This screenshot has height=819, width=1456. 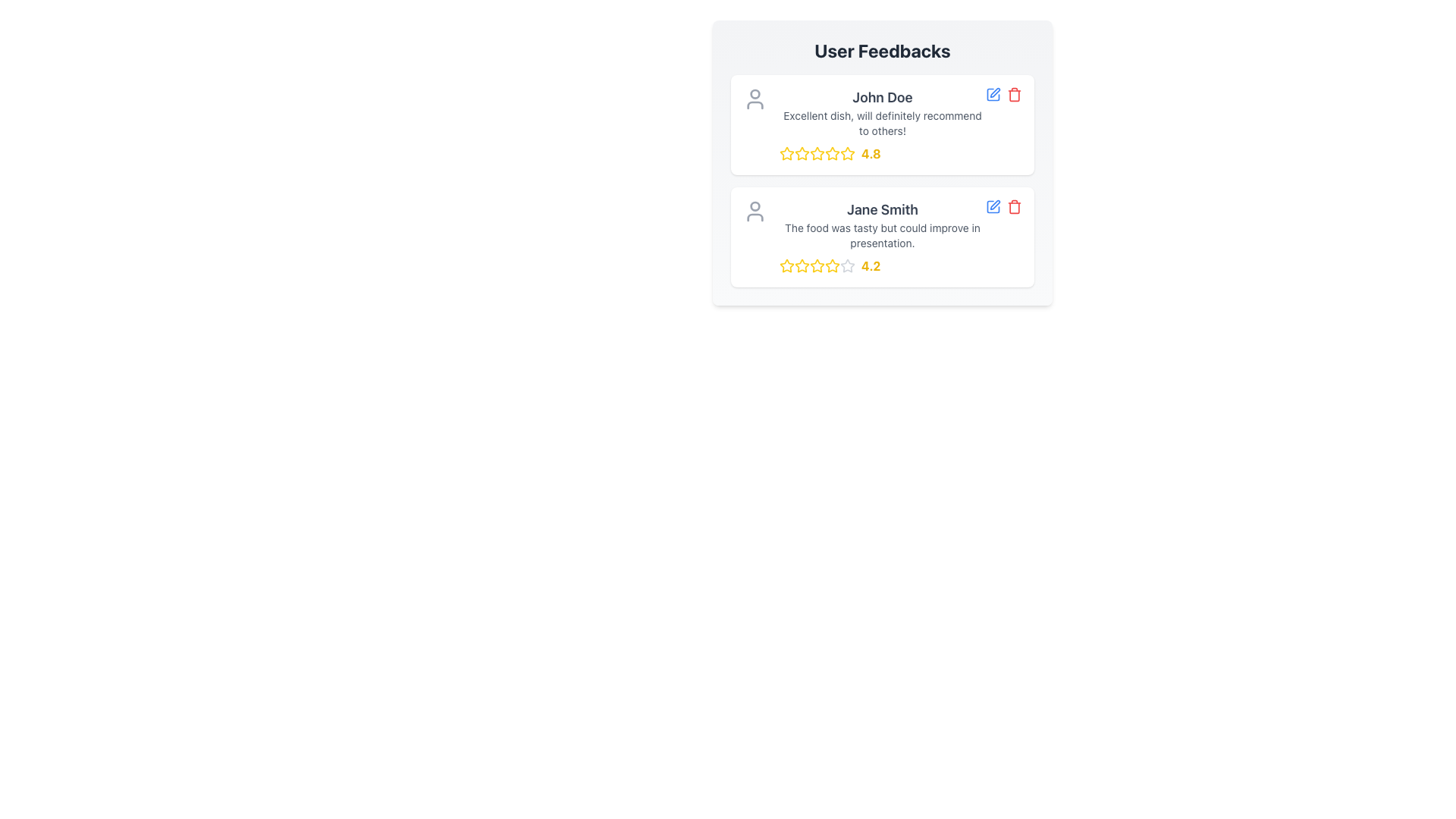 What do you see at coordinates (786, 265) in the screenshot?
I see `the first star-shaped icon with a yellow outline in the rating section of the feedback item titled 'Jane Smith'` at bounding box center [786, 265].